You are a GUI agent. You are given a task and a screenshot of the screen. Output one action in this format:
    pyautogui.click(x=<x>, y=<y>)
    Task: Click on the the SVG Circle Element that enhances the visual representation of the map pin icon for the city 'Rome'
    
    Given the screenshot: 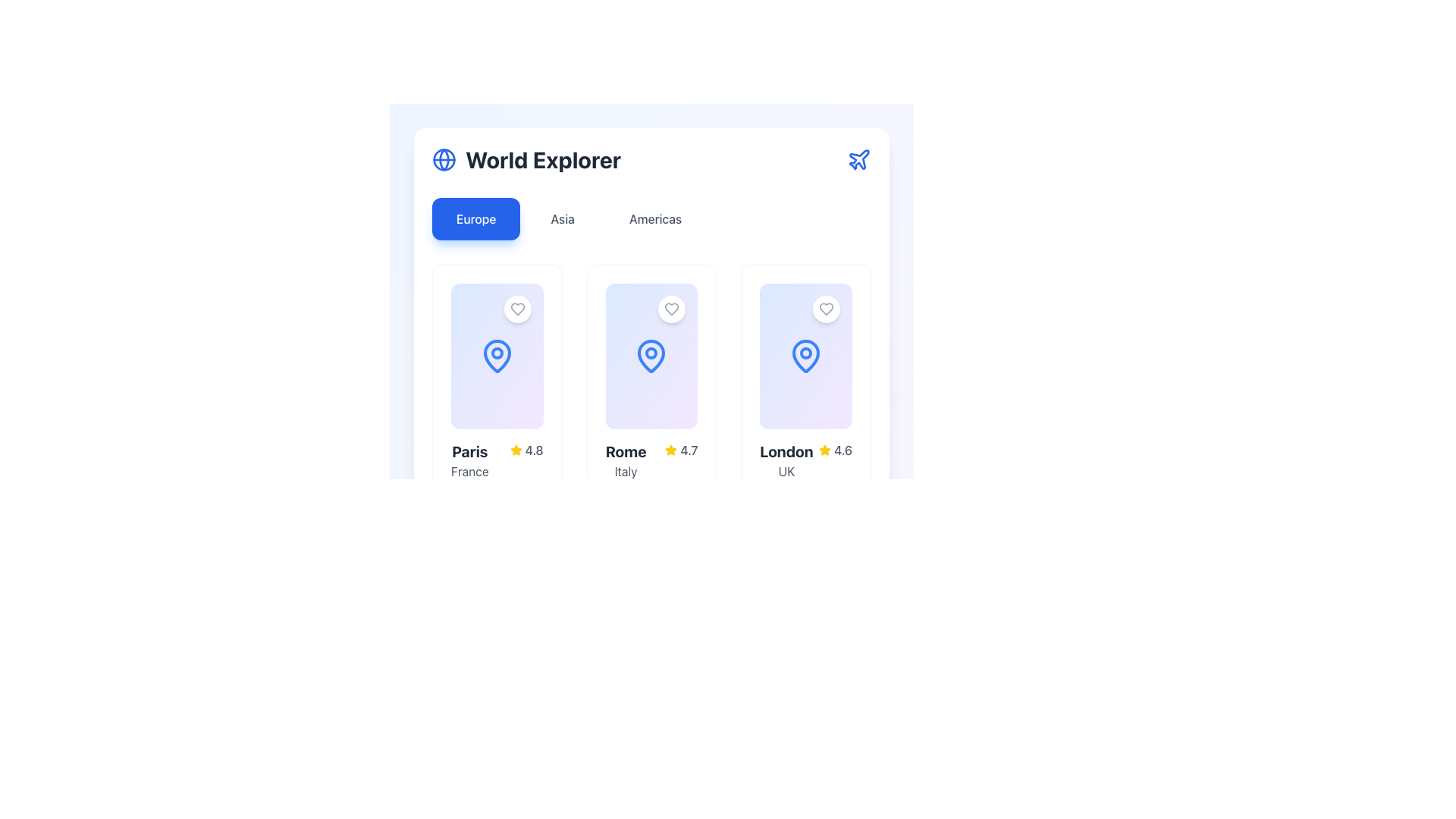 What is the action you would take?
    pyautogui.click(x=651, y=353)
    